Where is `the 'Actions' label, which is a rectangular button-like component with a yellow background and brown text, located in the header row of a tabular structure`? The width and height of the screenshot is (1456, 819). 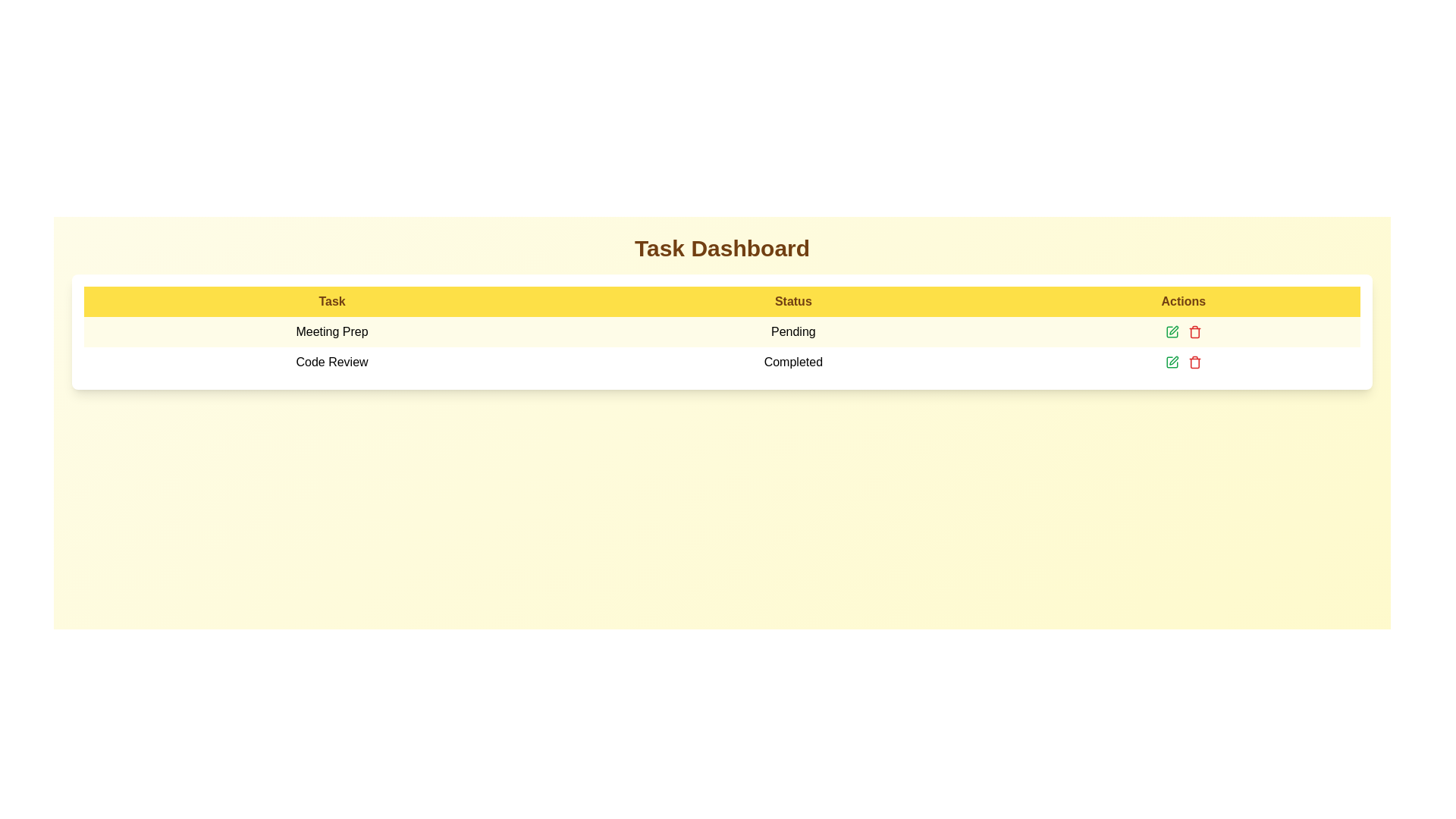
the 'Actions' label, which is a rectangular button-like component with a yellow background and brown text, located in the header row of a tabular structure is located at coordinates (1182, 301).